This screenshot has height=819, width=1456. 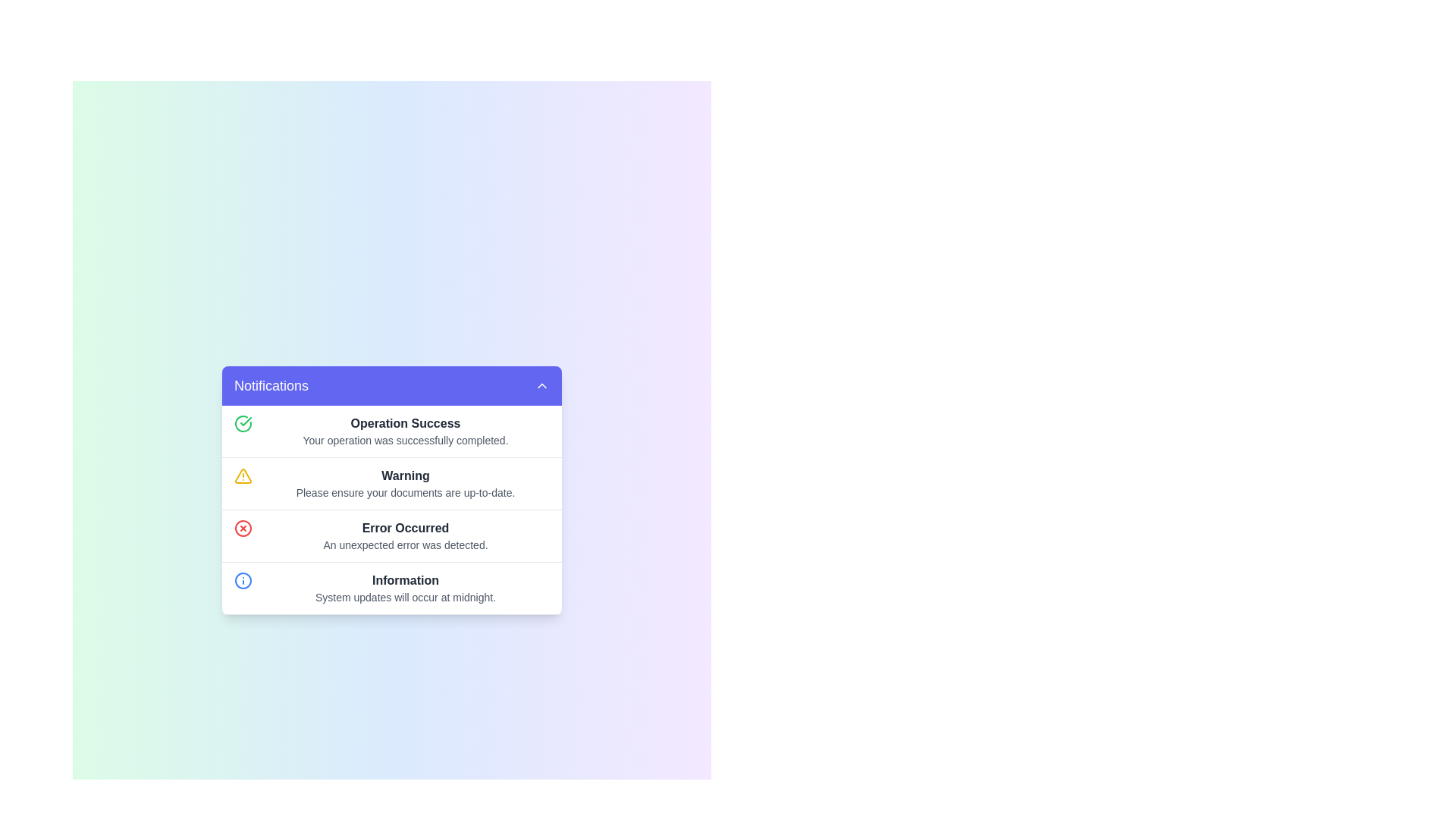 I want to click on the 'Notifications' text label, which is a bold, larger font text against a purple background in the top header bar of a notification card, so click(x=271, y=385).